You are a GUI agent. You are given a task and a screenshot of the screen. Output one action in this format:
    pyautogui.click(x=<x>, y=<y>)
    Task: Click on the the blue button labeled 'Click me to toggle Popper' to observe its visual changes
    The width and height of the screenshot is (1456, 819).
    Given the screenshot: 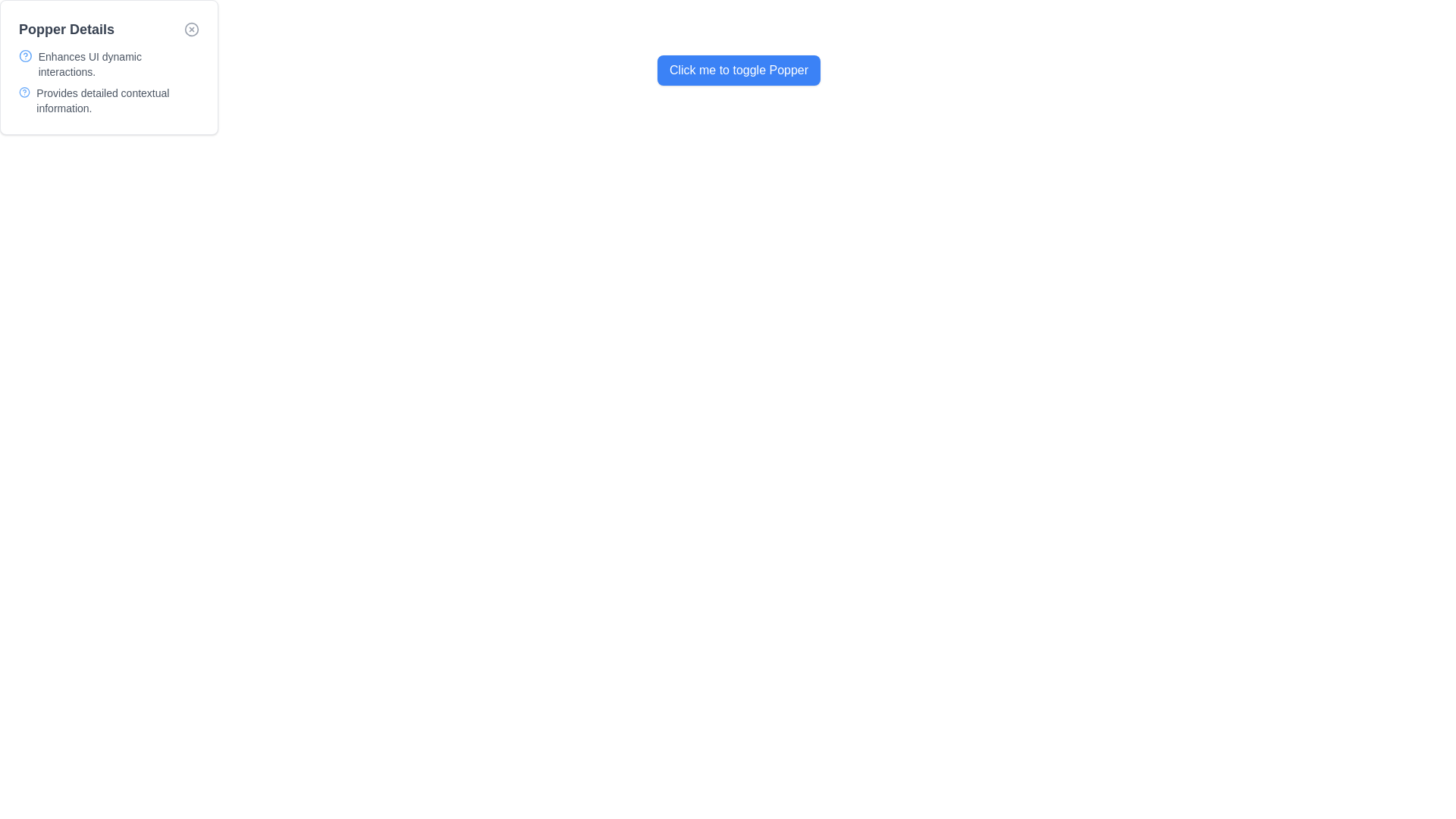 What is the action you would take?
    pyautogui.click(x=739, y=70)
    